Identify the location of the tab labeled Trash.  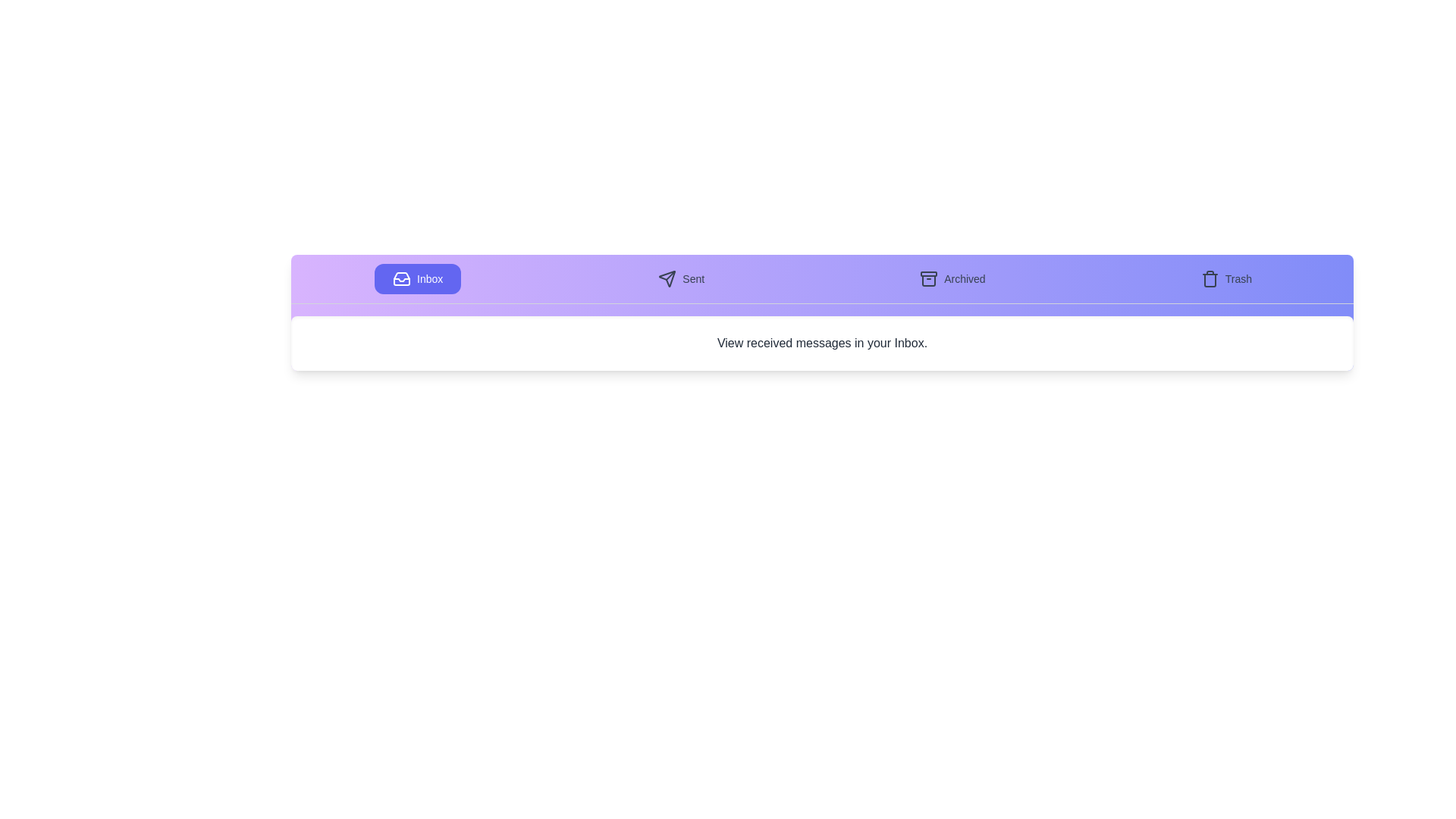
(1226, 278).